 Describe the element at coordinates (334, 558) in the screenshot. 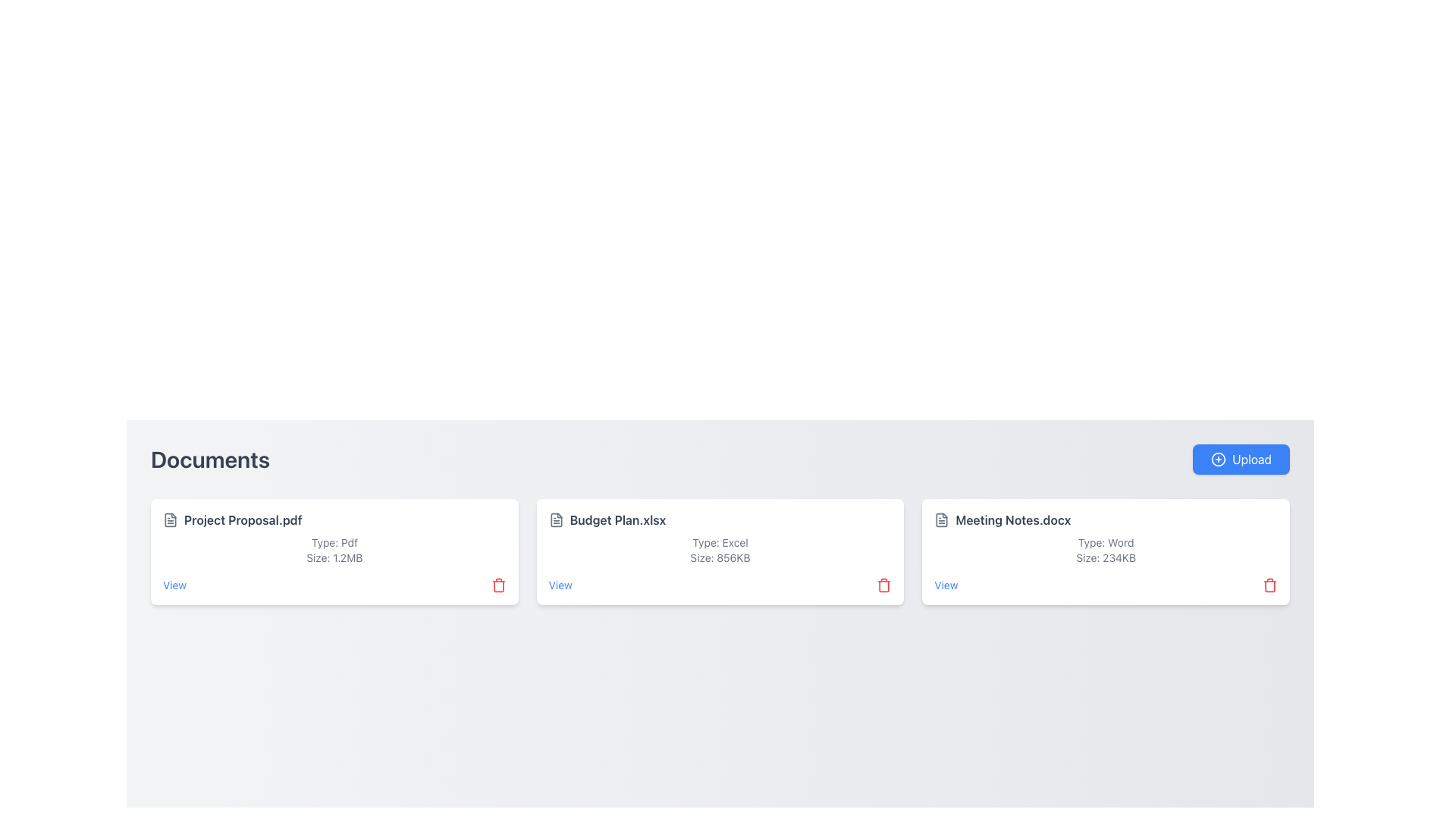

I see `the static text element displaying the file size 'Size: 1.2MB' located within the document card for 'Project Proposal.pdf', positioned beneath 'Type: Pdf' and above the 'View' link` at that location.